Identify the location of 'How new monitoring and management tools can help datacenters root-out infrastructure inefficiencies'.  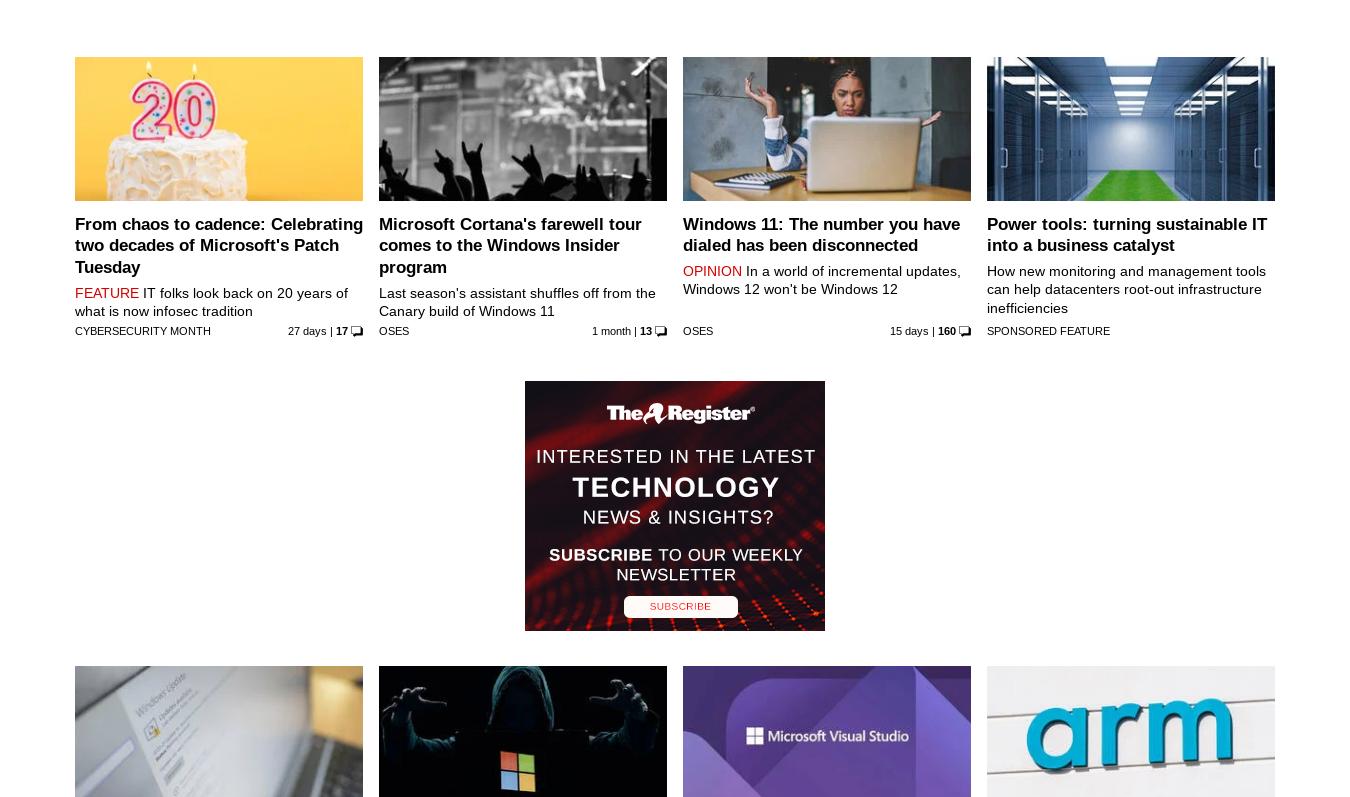
(1125, 288).